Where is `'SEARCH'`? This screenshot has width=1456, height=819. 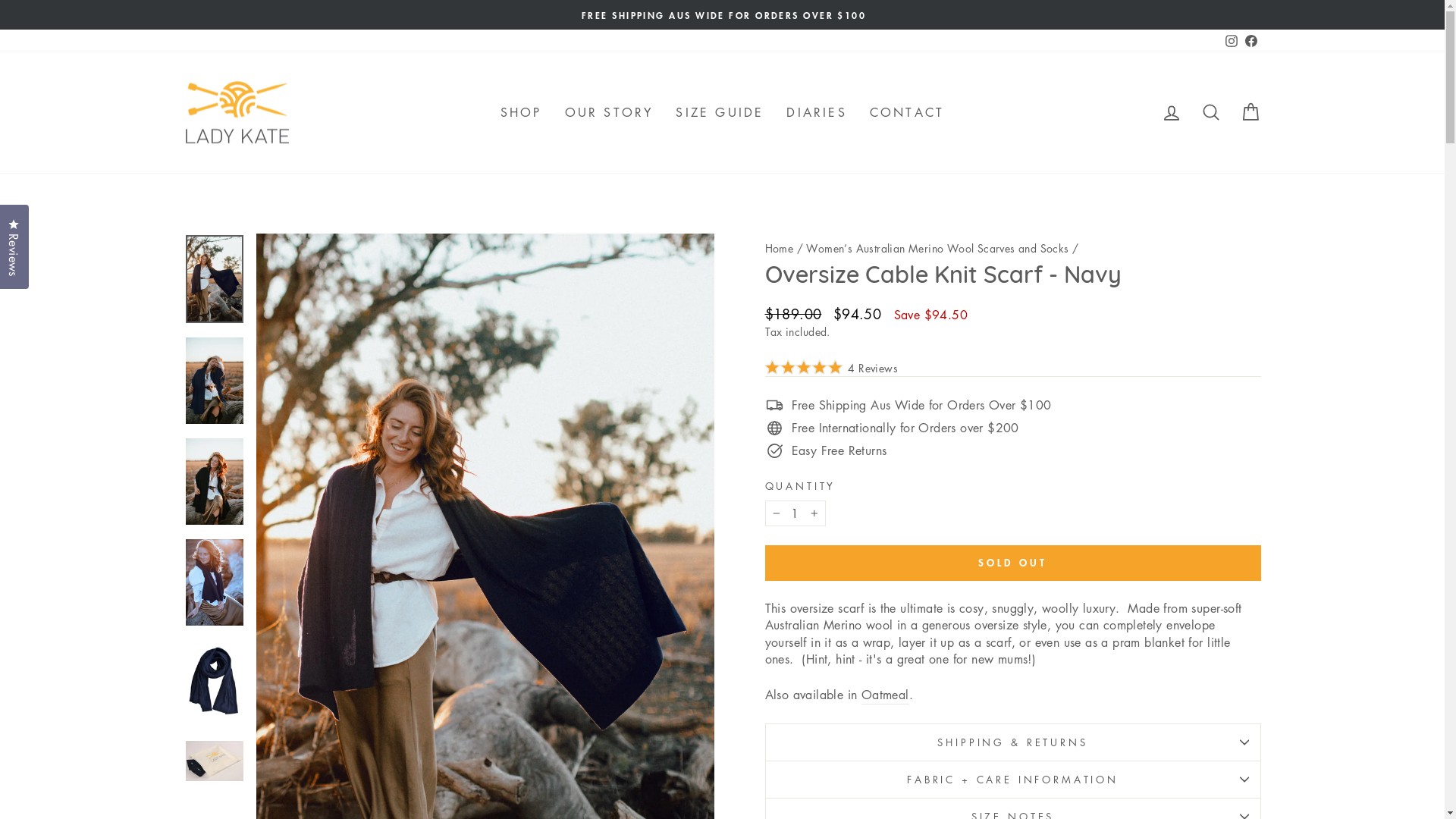
'SEARCH' is located at coordinates (1189, 111).